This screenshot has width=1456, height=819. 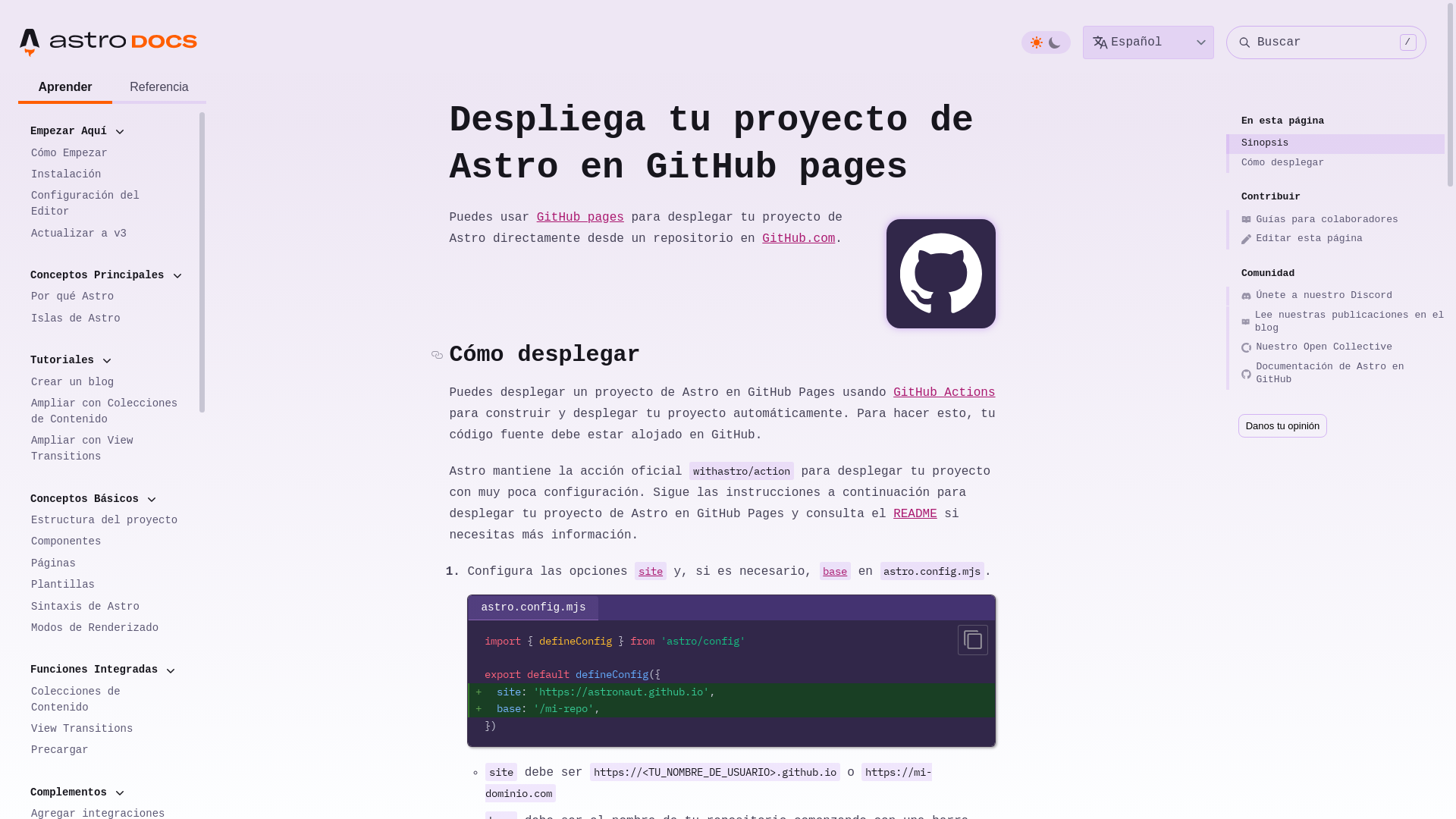 What do you see at coordinates (159, 88) in the screenshot?
I see `'Referencia'` at bounding box center [159, 88].